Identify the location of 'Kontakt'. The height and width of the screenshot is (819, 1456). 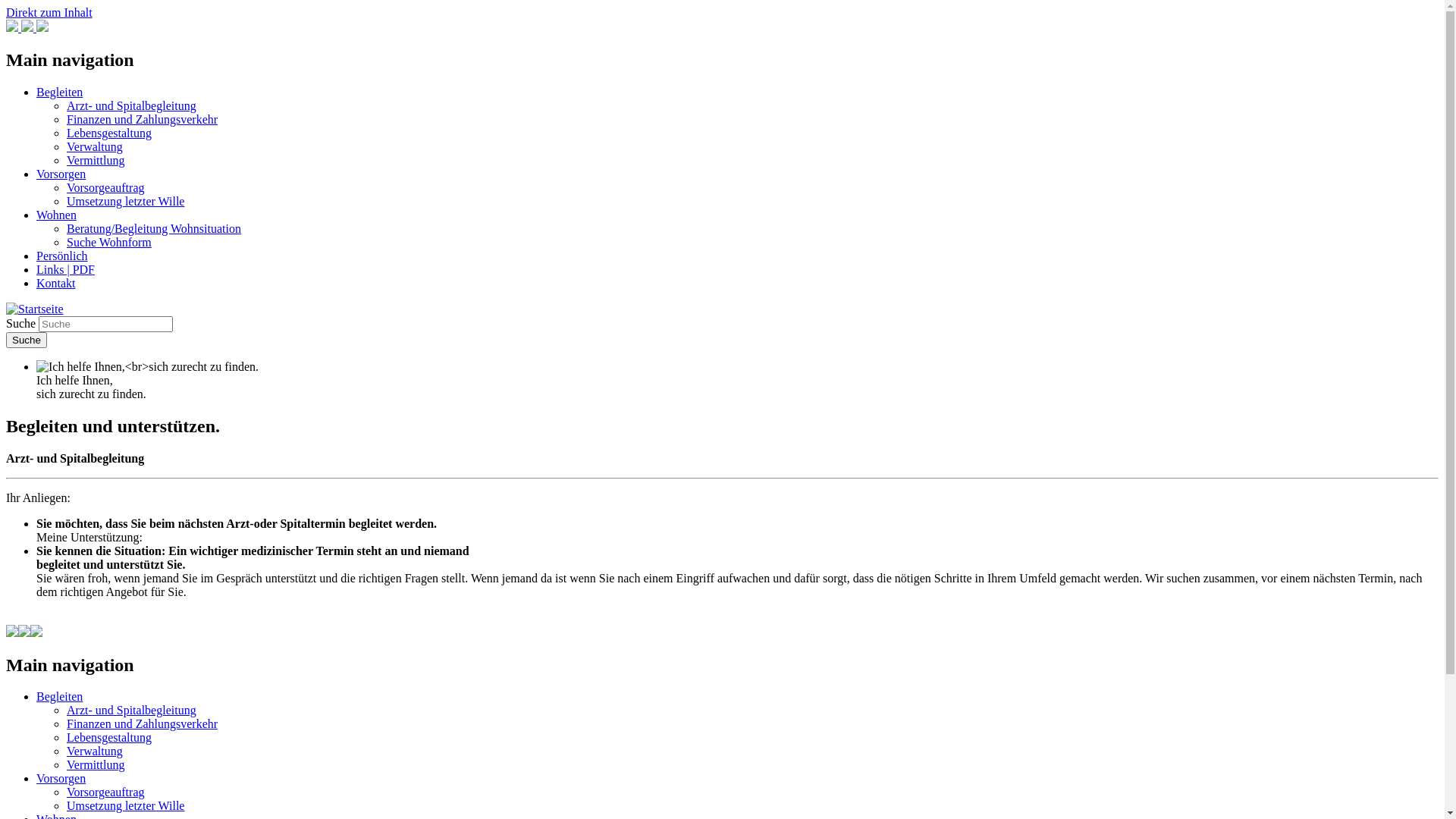
(55, 283).